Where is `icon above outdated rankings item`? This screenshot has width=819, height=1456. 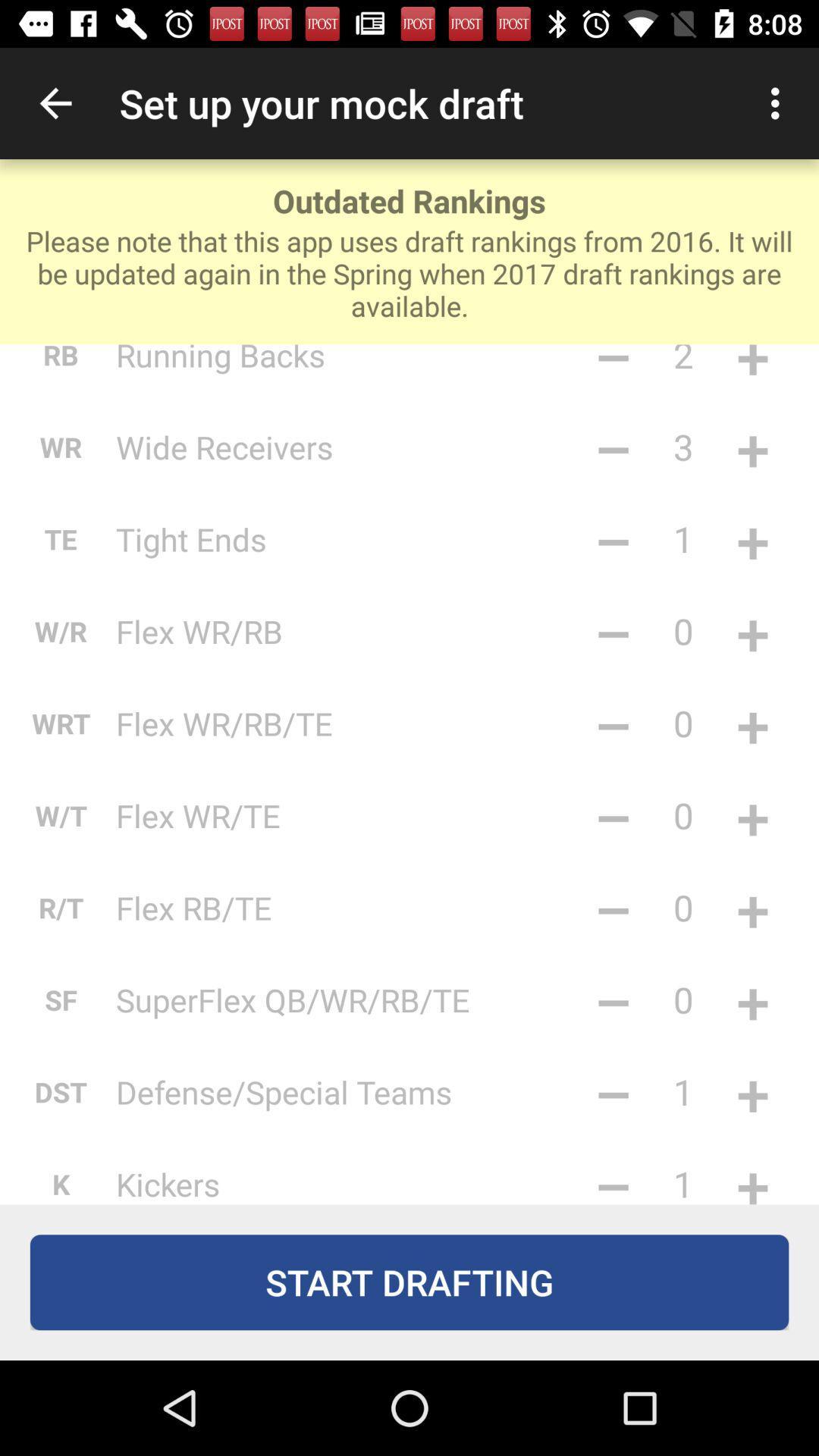 icon above outdated rankings item is located at coordinates (55, 102).